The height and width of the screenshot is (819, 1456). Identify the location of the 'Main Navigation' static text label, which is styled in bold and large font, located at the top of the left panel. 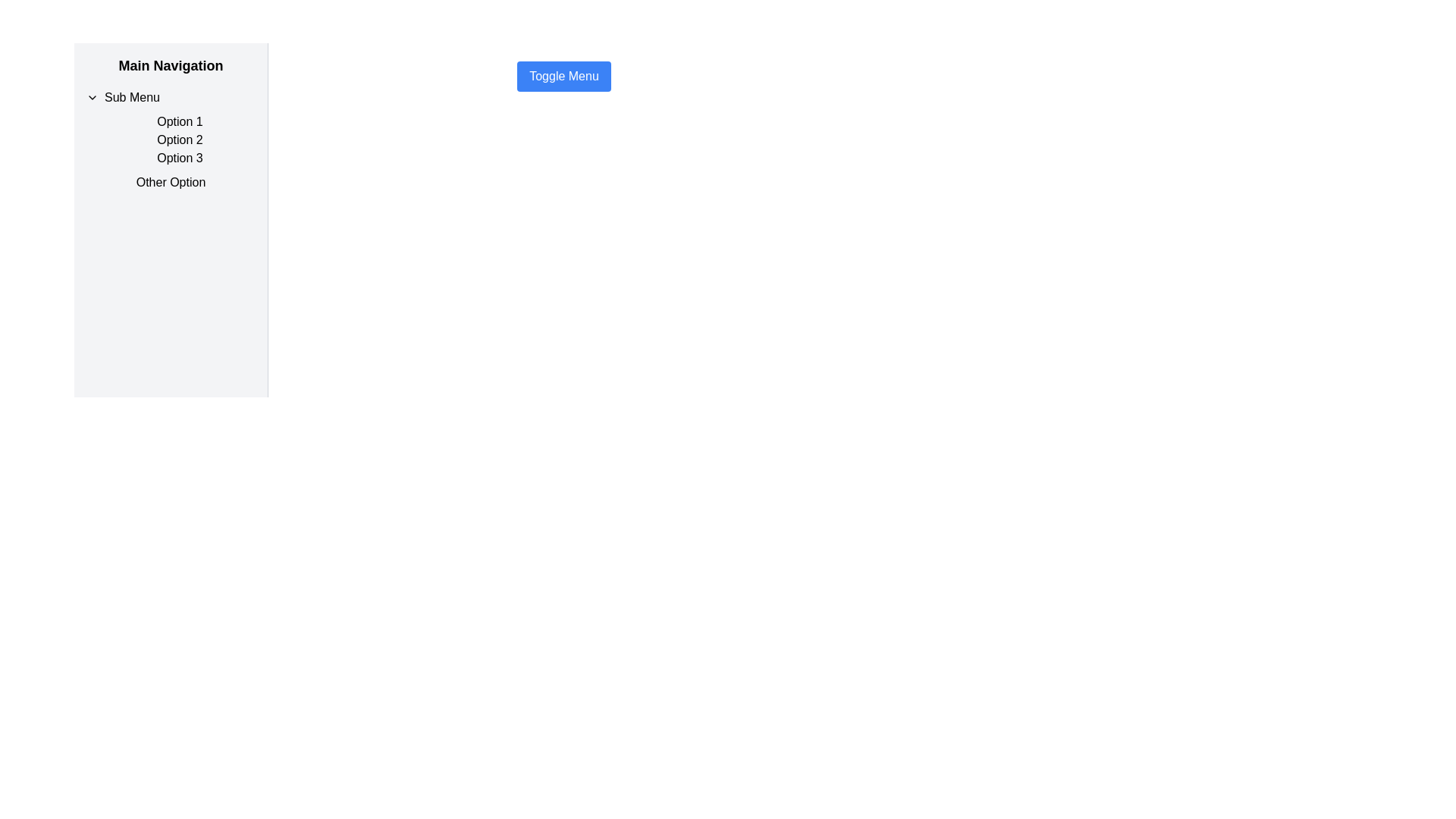
(171, 65).